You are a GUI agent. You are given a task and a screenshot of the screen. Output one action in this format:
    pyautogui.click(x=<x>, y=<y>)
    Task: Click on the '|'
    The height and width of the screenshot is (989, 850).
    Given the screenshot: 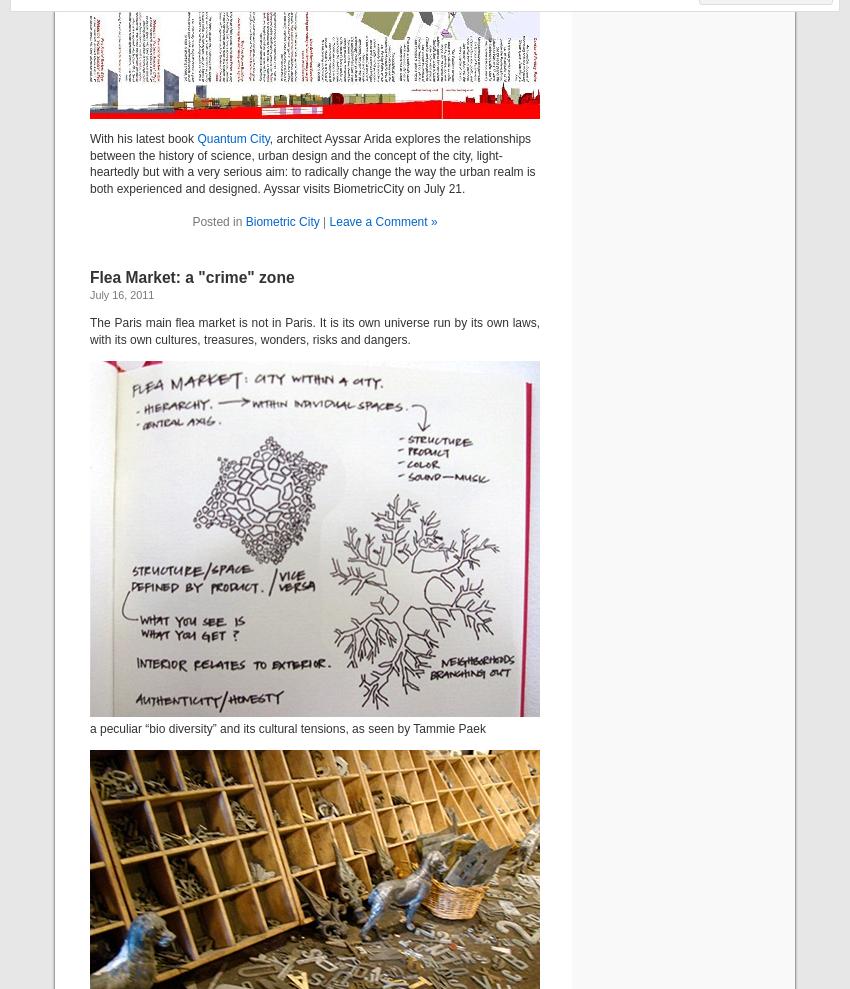 What is the action you would take?
    pyautogui.click(x=324, y=220)
    